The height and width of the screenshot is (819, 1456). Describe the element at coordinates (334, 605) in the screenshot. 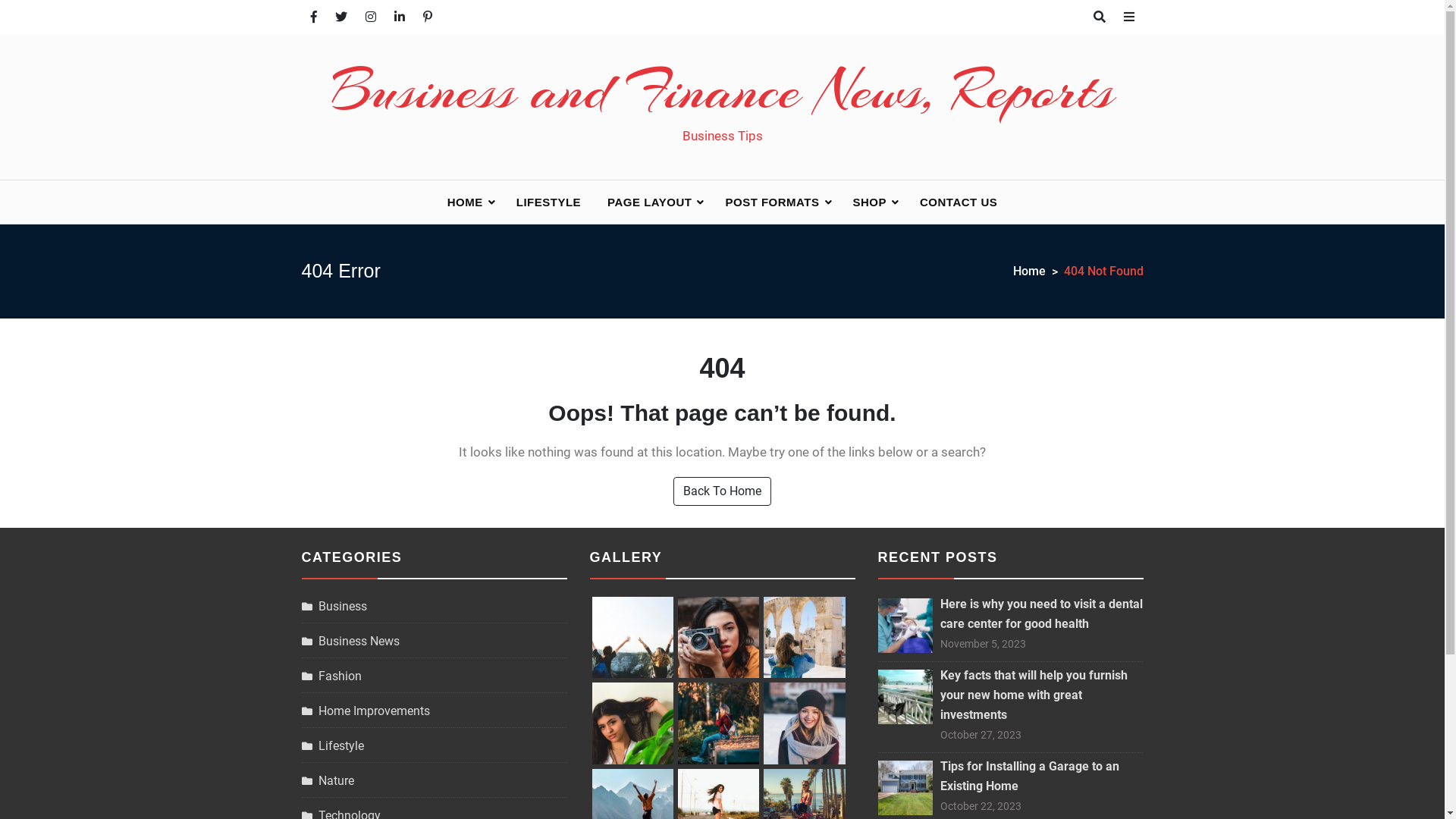

I see `'Business'` at that location.